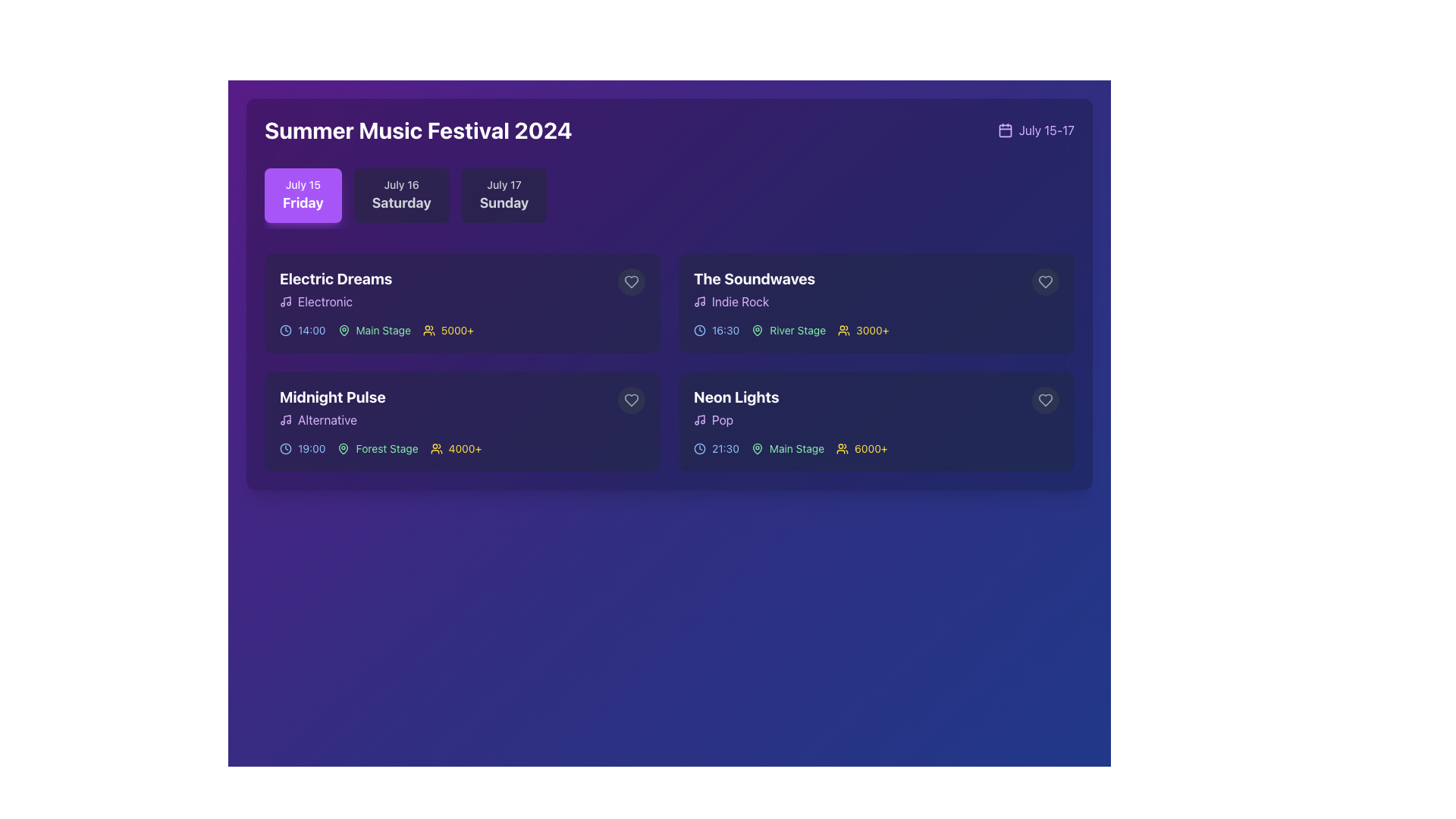 The height and width of the screenshot is (819, 1456). Describe the element at coordinates (1044, 400) in the screenshot. I see `the Heart-shaped Icon located at the top-right corner of the event card for 'Neon Lights' to indicate preference or interest` at that location.